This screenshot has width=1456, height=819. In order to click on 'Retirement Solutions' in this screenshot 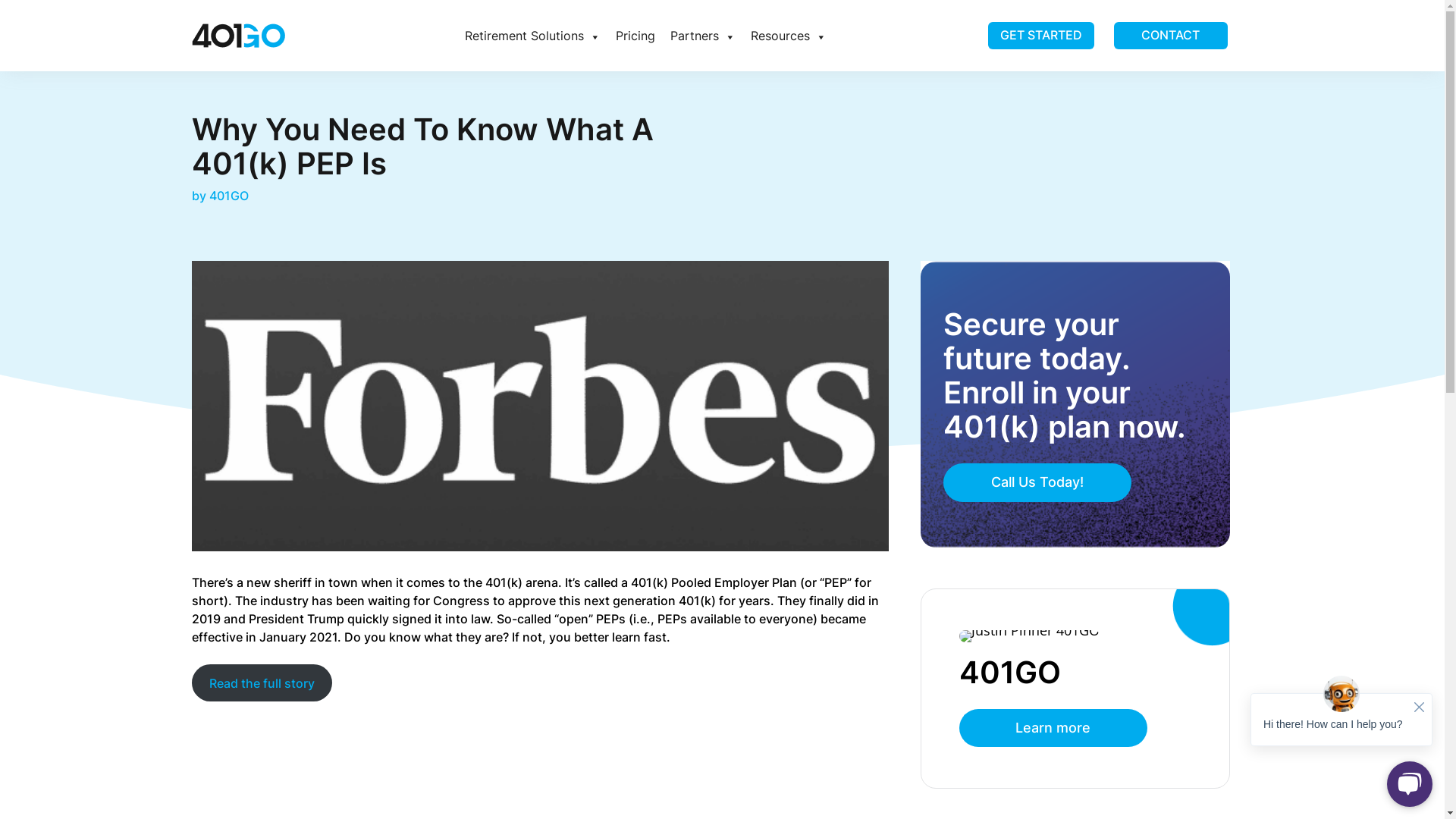, I will do `click(532, 34)`.